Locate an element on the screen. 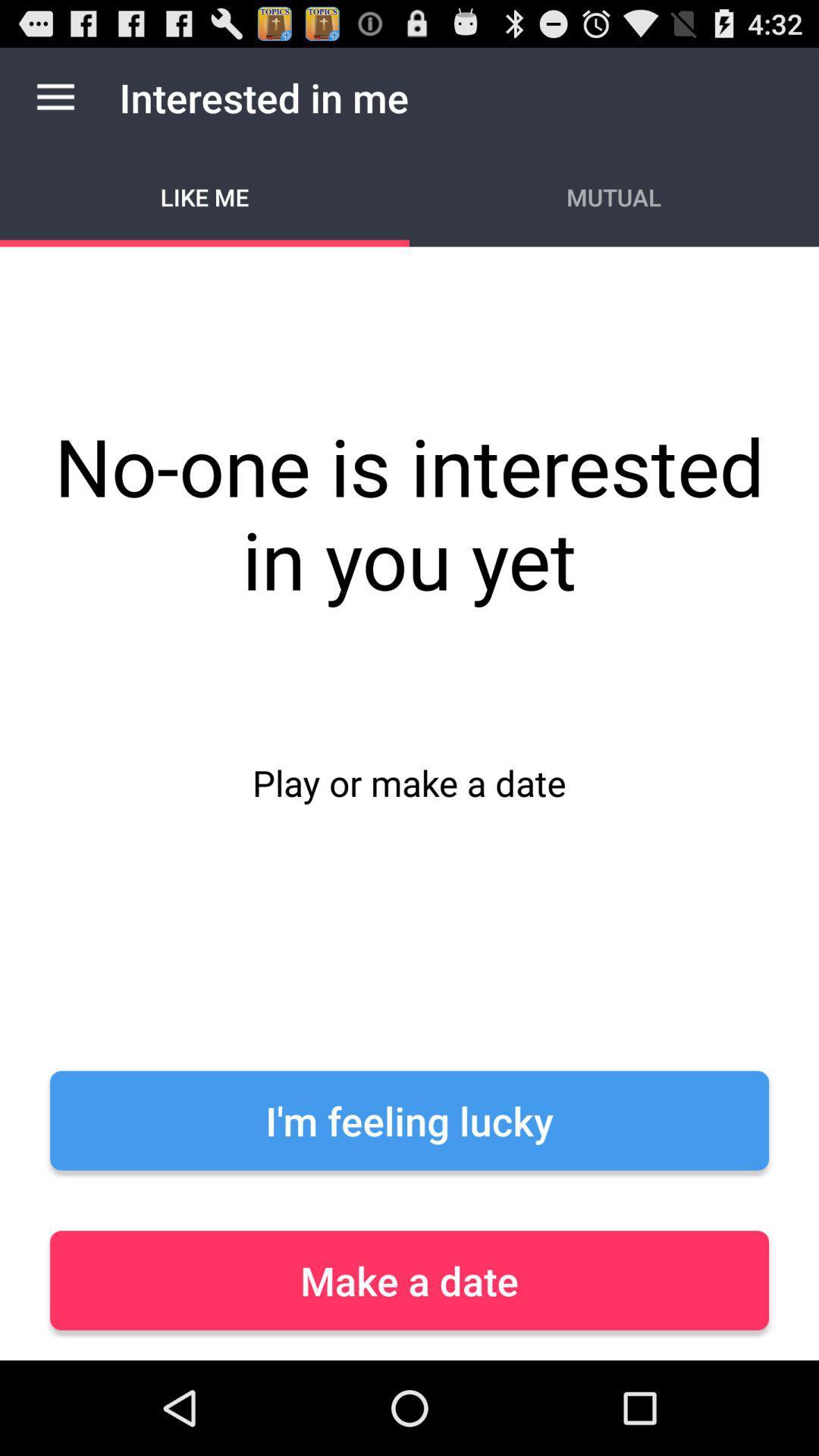  i m feeling is located at coordinates (409, 1120).